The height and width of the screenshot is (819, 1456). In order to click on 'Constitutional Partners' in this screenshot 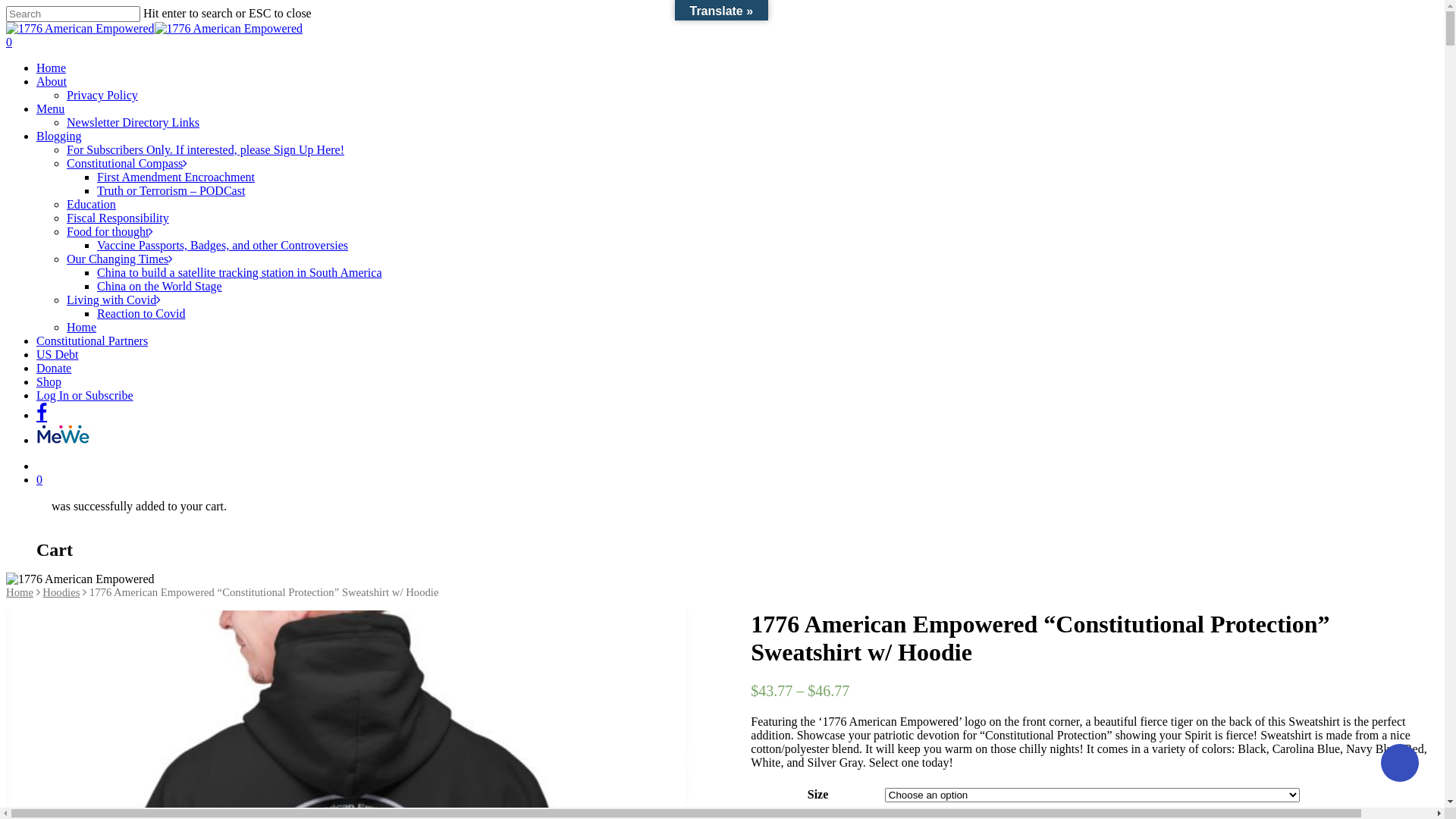, I will do `click(91, 340)`.